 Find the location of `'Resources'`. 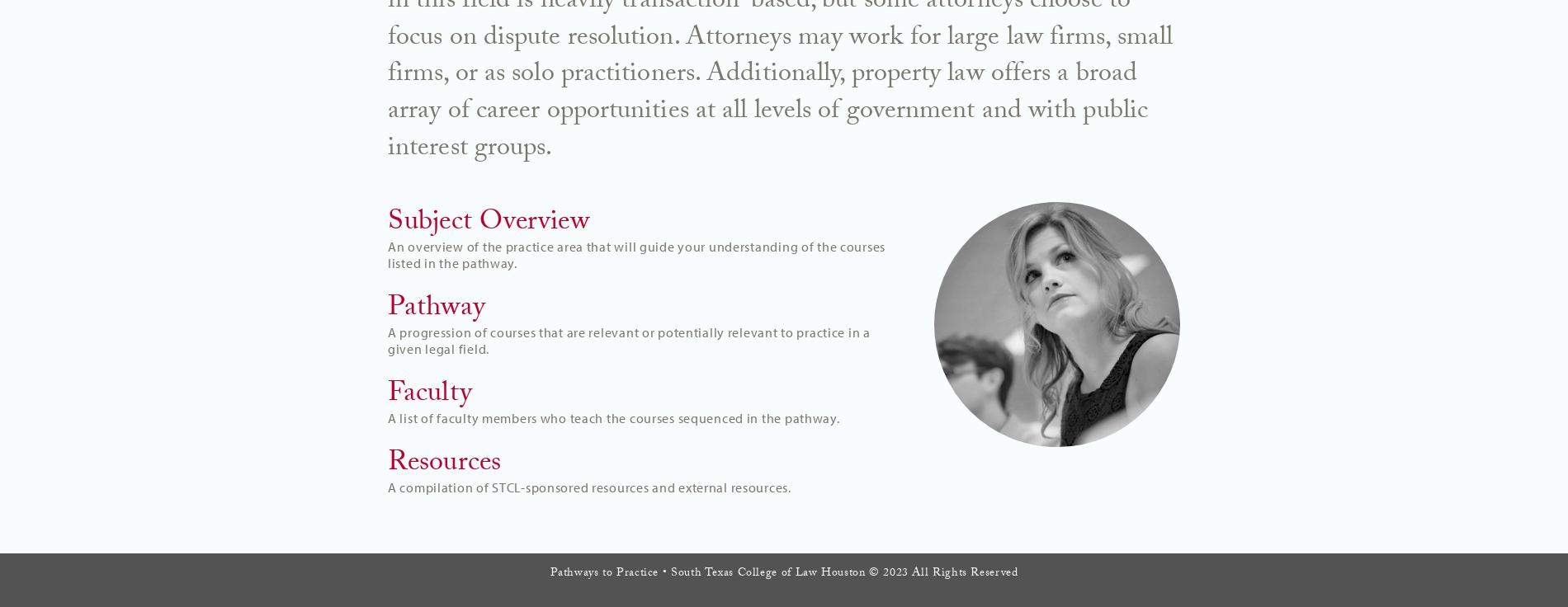

'Resources' is located at coordinates (444, 463).